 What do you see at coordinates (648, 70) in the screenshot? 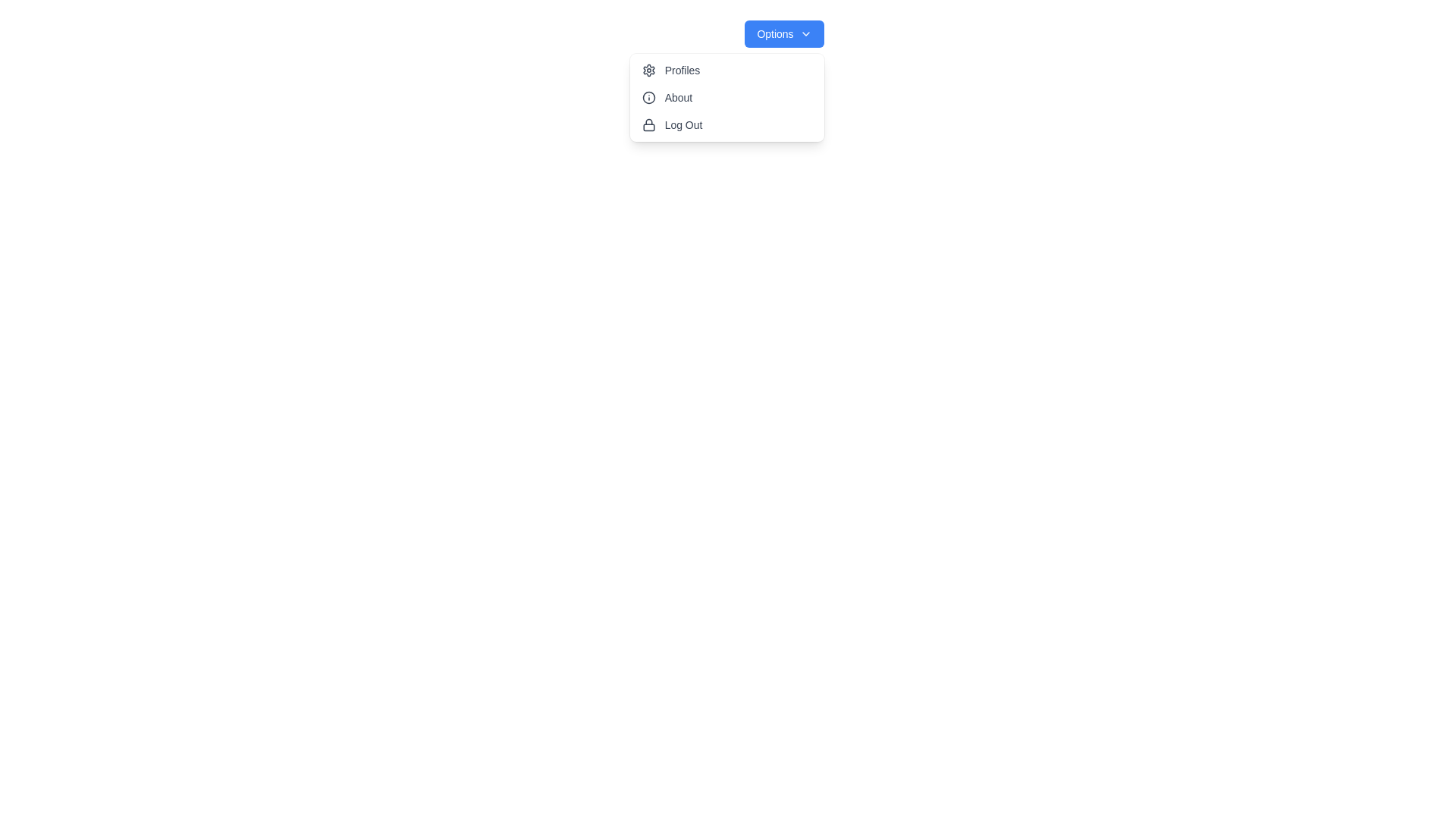
I see `the cogwheel-shaped icon associated with the 'Profiles' menu option in the dropdown menu` at bounding box center [648, 70].